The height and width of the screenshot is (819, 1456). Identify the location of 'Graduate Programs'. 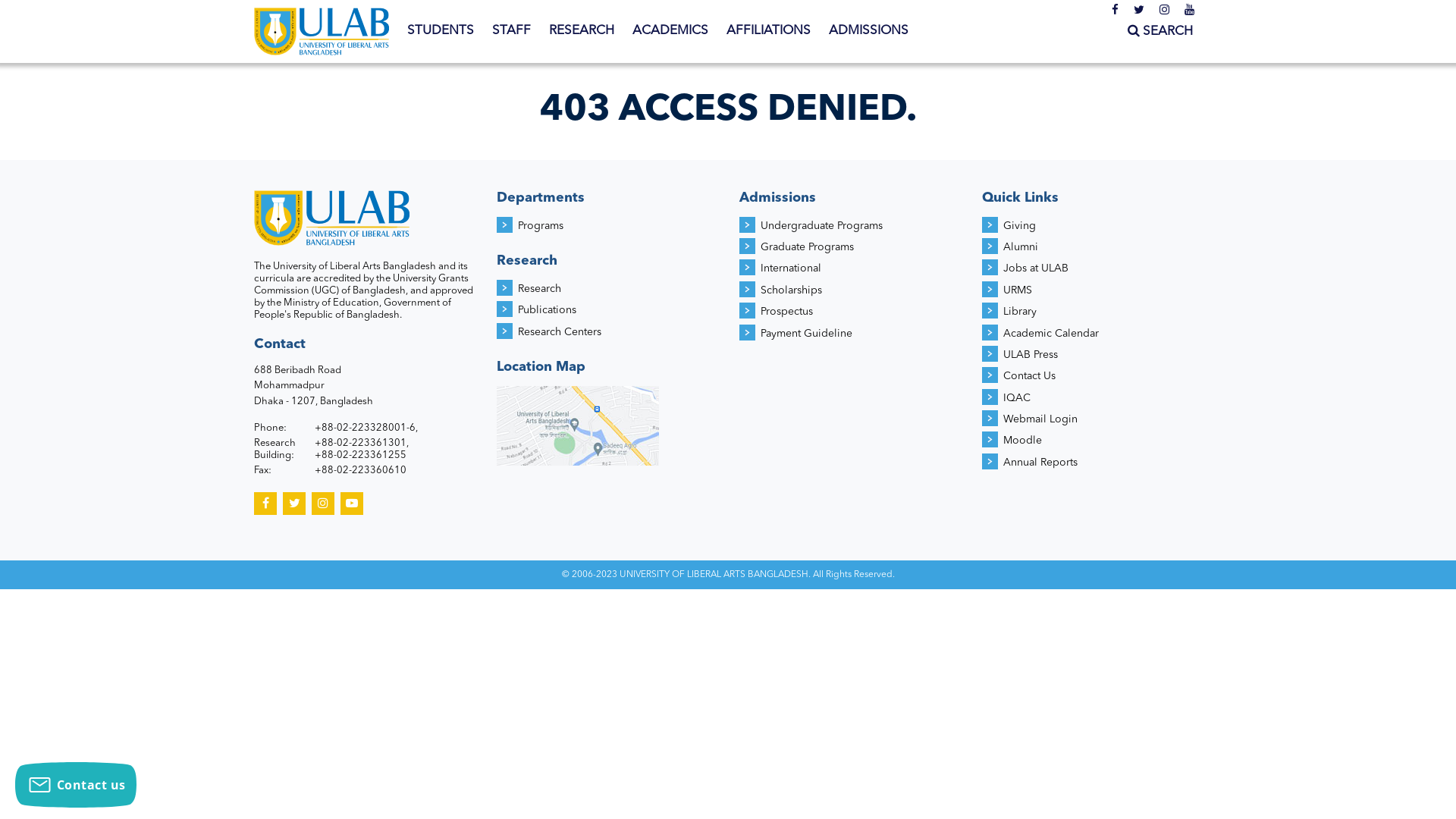
(806, 246).